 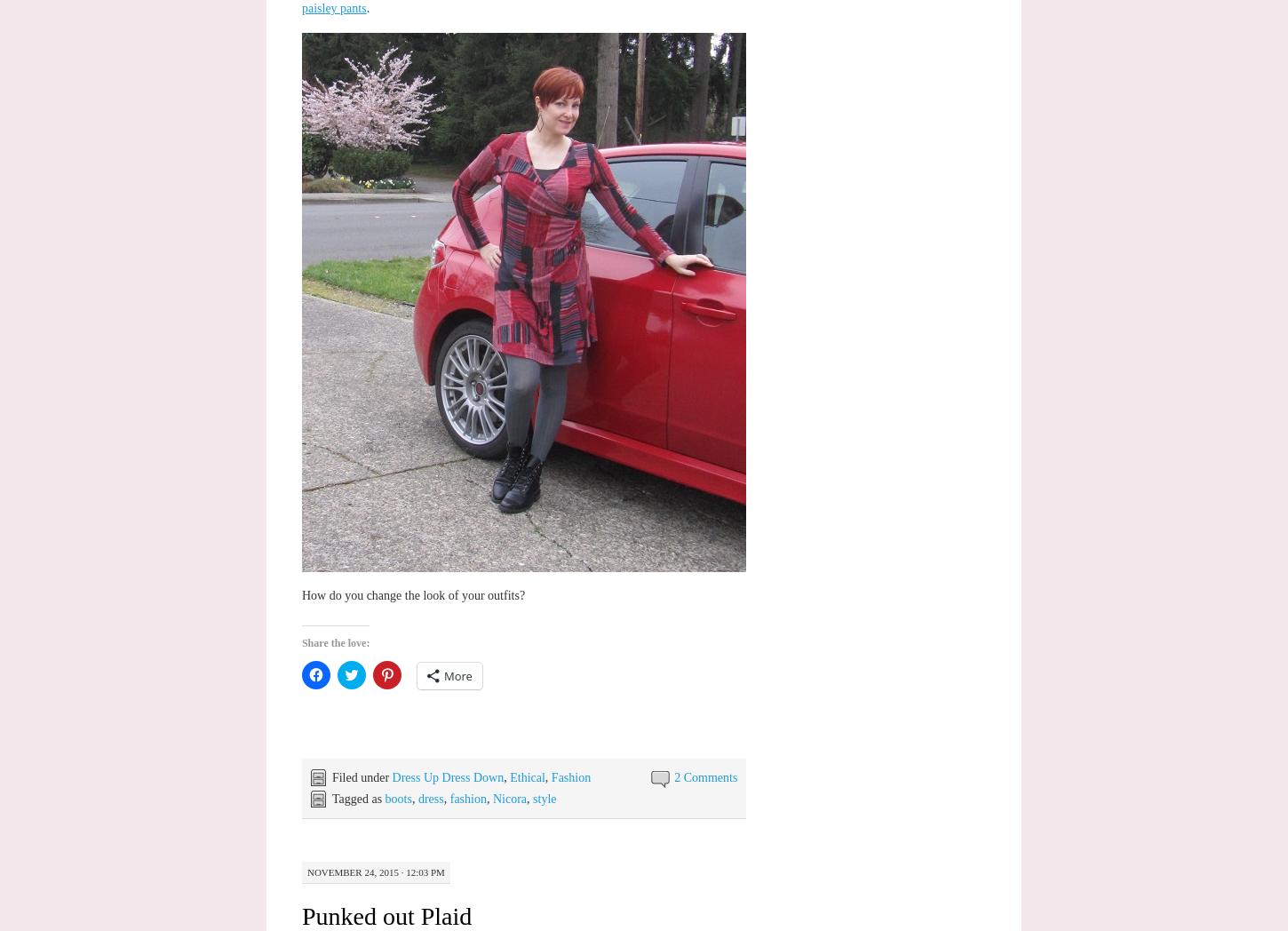 I want to click on 'Tagged as', so click(x=356, y=797).